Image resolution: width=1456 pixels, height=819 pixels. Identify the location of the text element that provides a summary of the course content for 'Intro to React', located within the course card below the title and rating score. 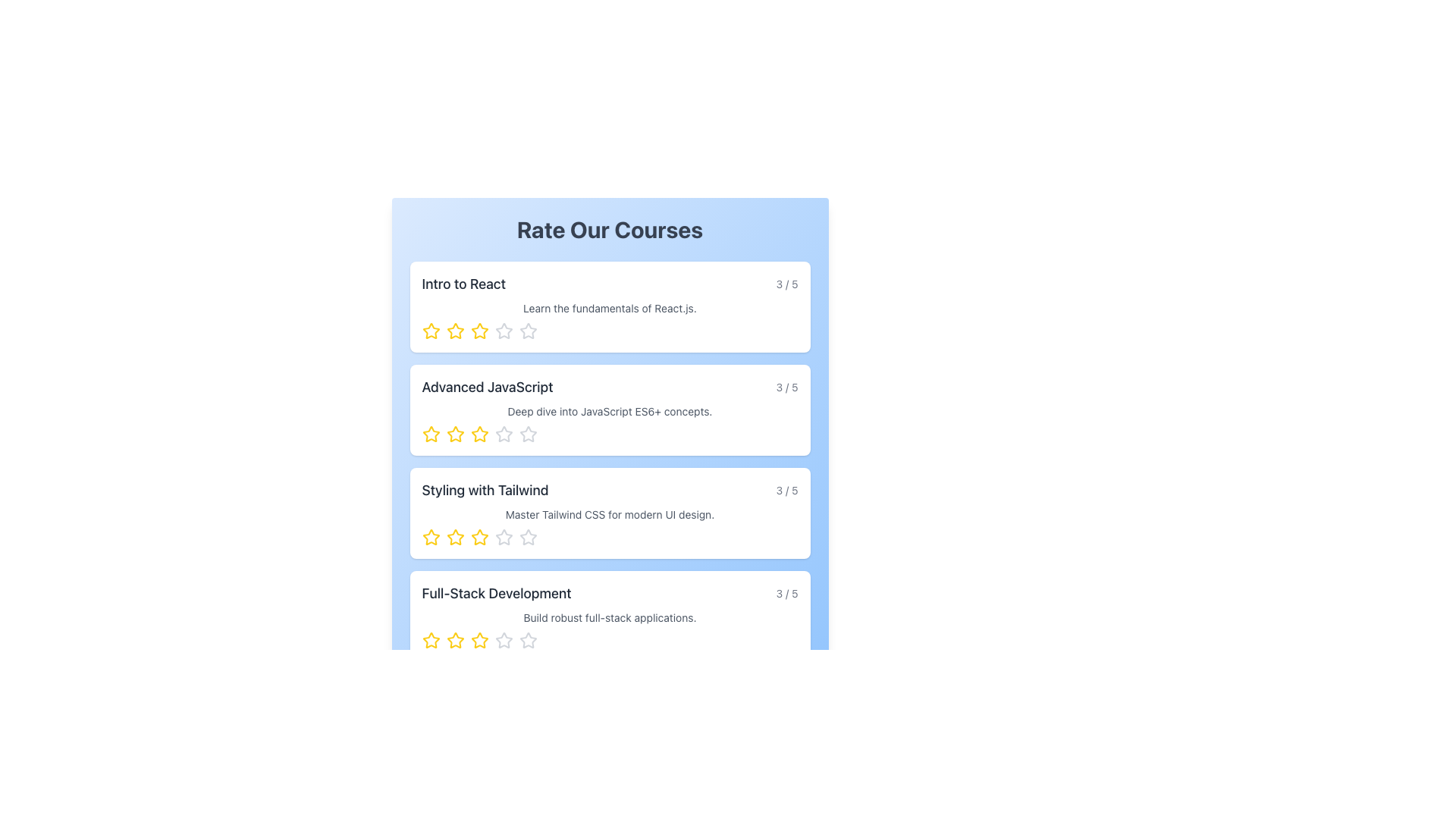
(610, 308).